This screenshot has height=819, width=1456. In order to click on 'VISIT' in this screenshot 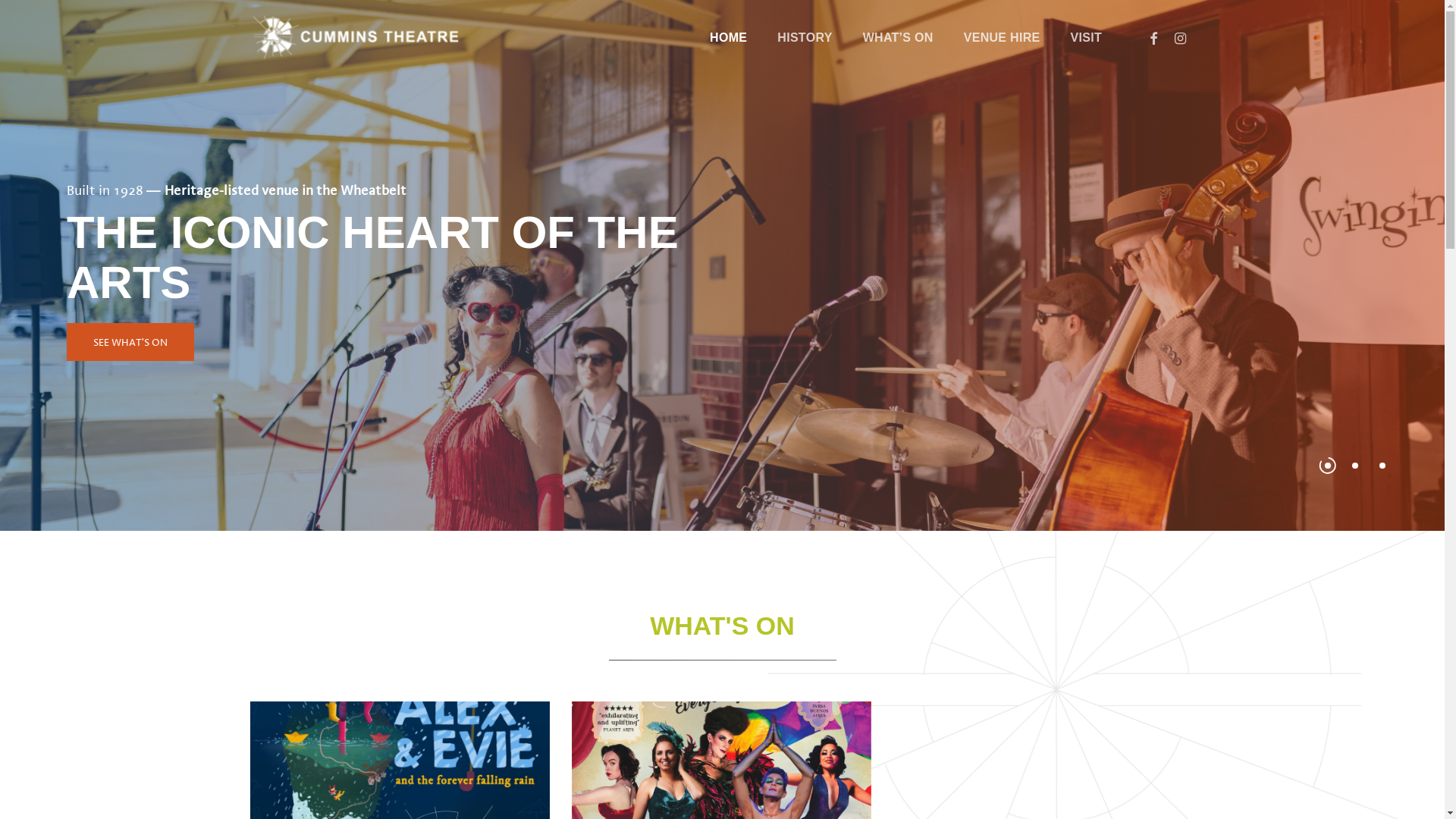, I will do `click(1084, 37)`.